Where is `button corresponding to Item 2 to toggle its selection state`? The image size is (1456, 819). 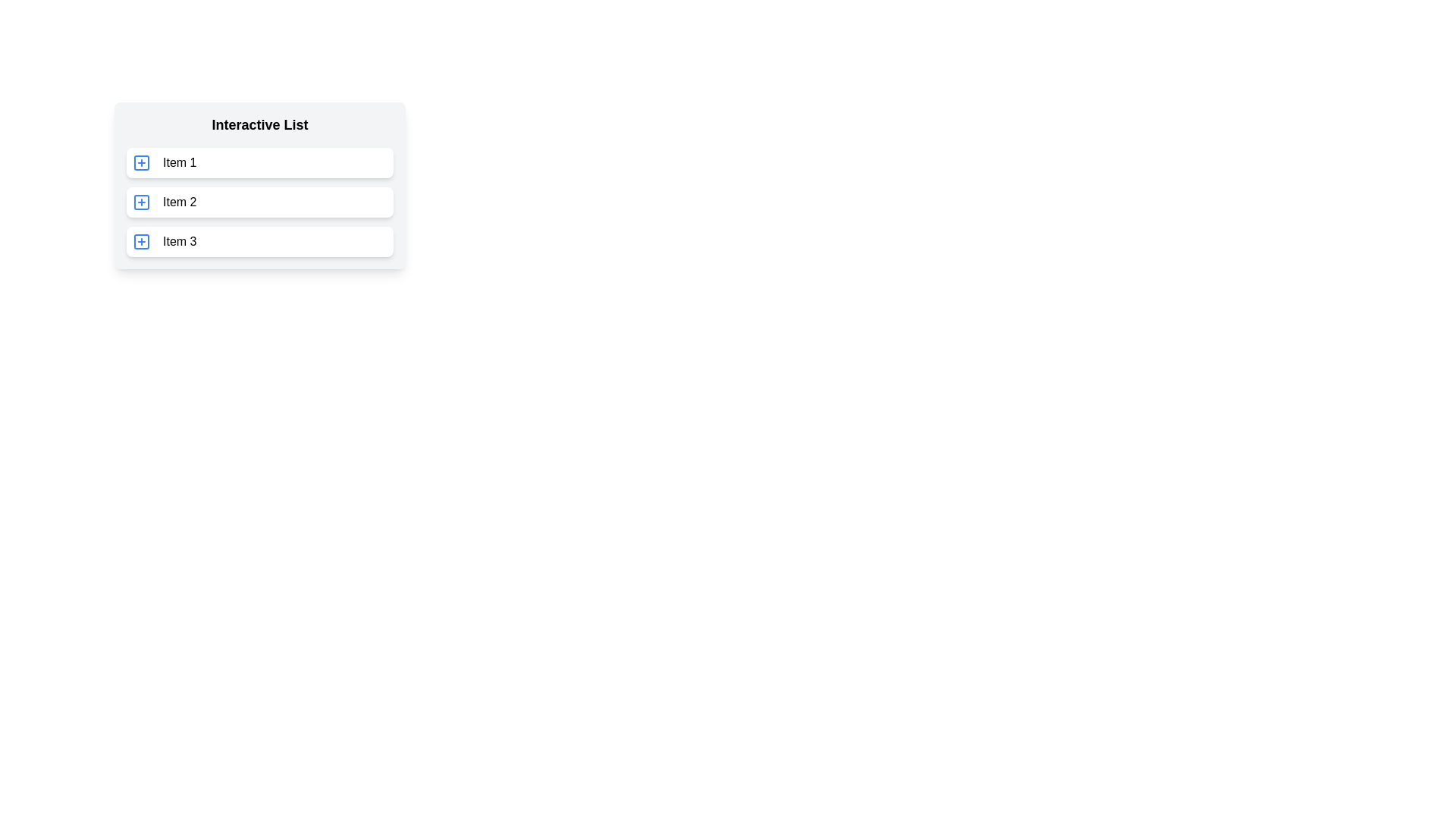 button corresponding to Item 2 to toggle its selection state is located at coordinates (142, 201).